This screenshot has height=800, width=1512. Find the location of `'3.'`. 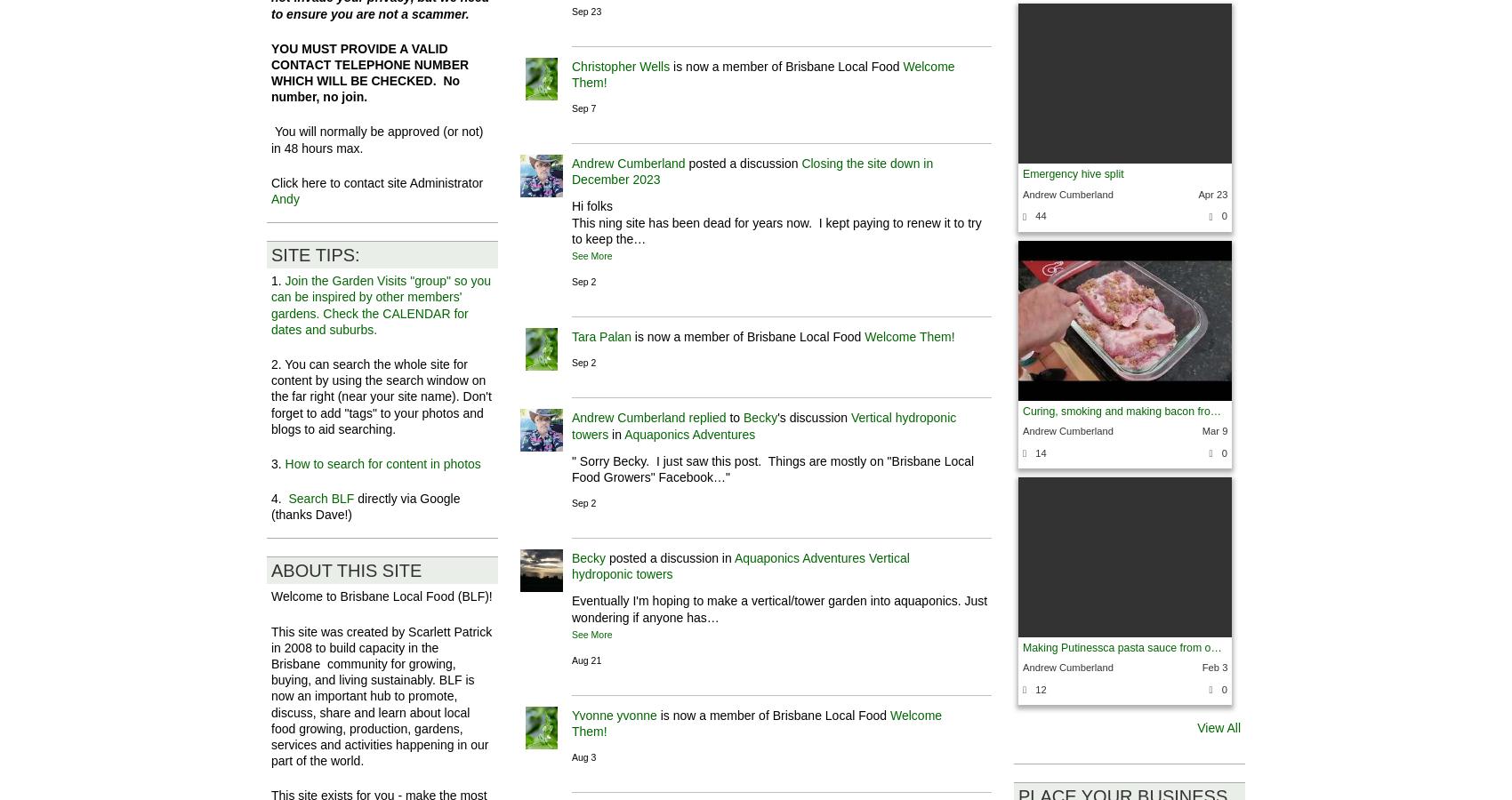

'3.' is located at coordinates (270, 462).